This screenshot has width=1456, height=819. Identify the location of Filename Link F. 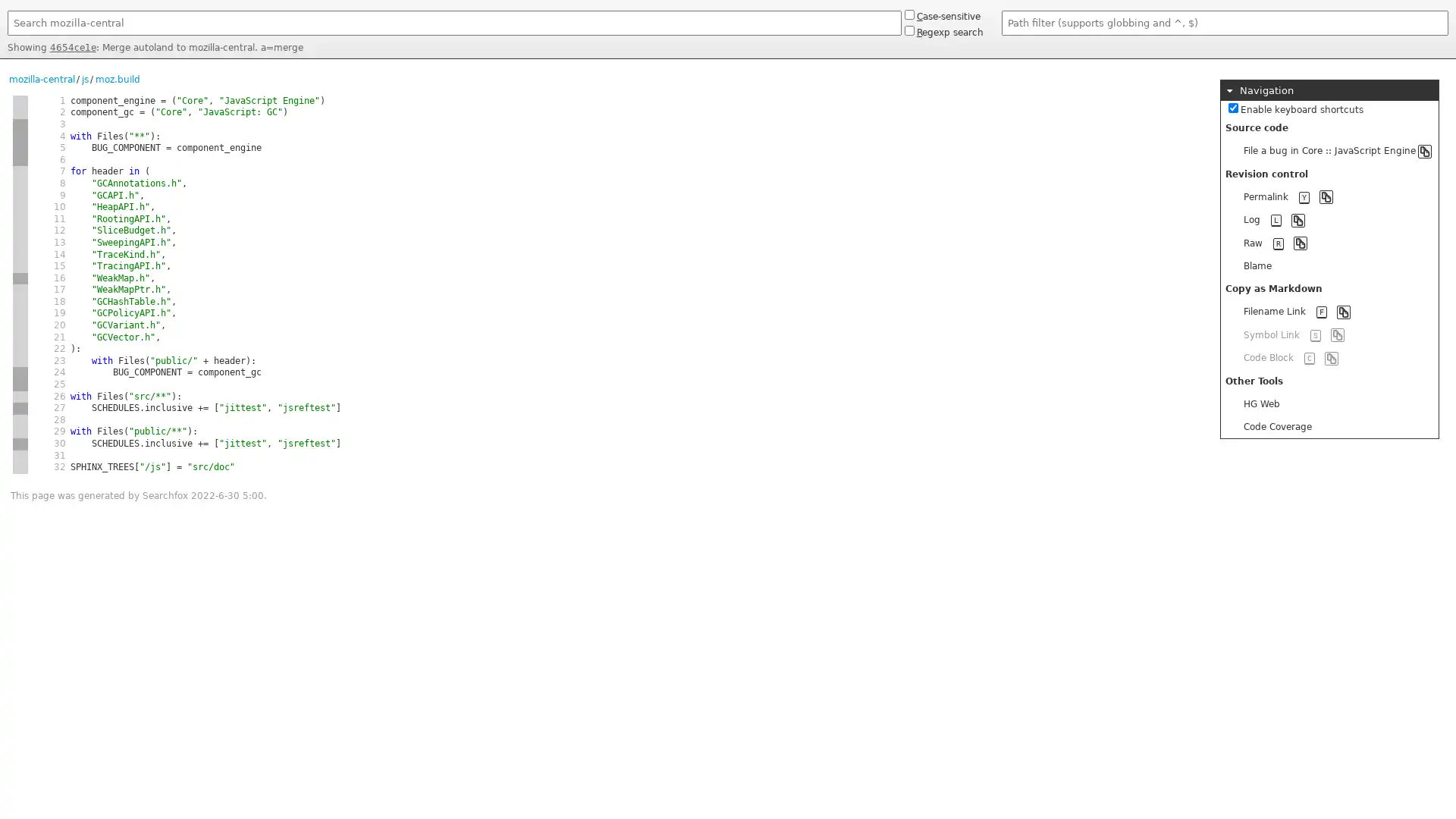
(1329, 311).